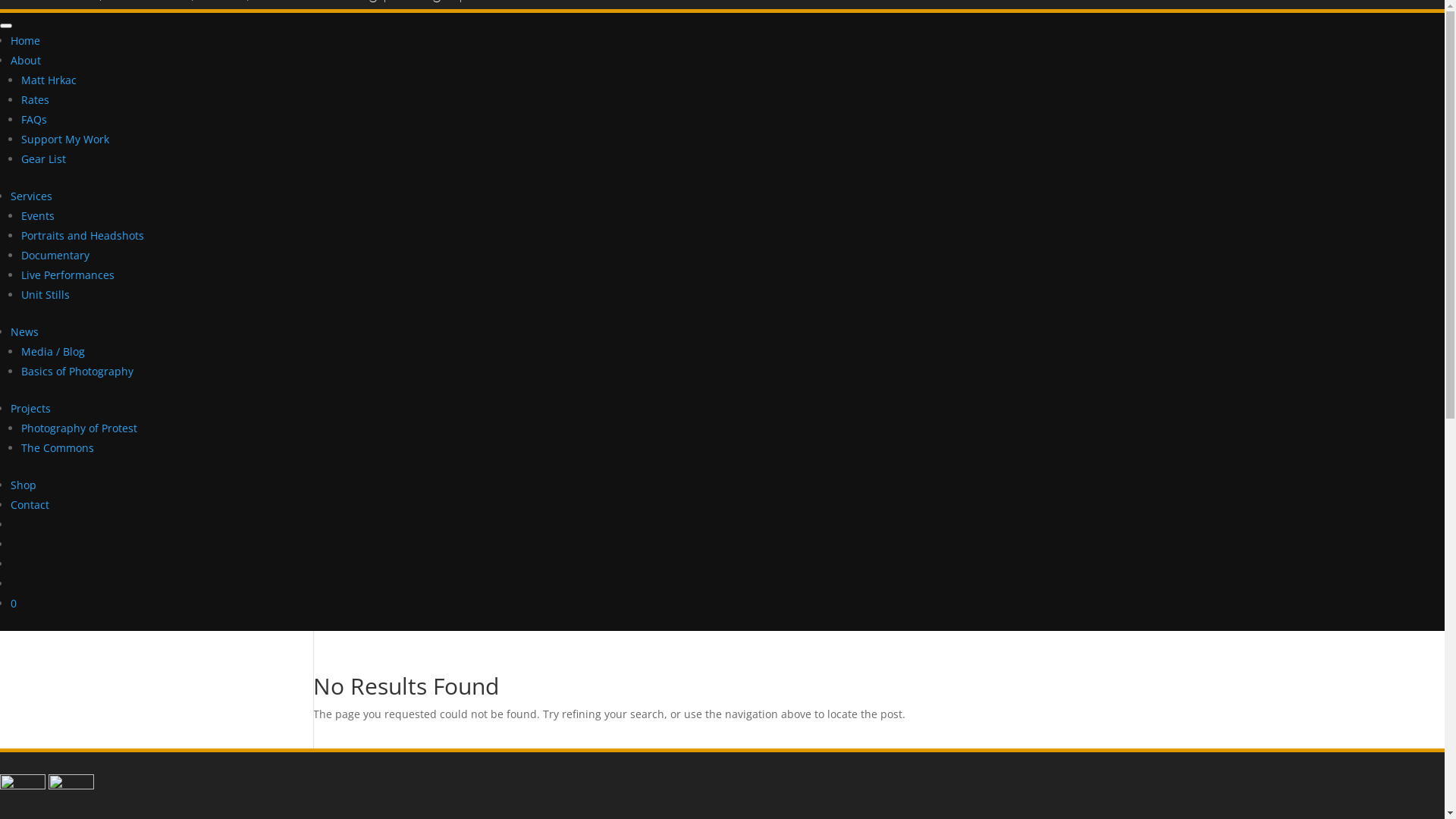 The height and width of the screenshot is (819, 1456). Describe the element at coordinates (67, 275) in the screenshot. I see `'Live Performances'` at that location.